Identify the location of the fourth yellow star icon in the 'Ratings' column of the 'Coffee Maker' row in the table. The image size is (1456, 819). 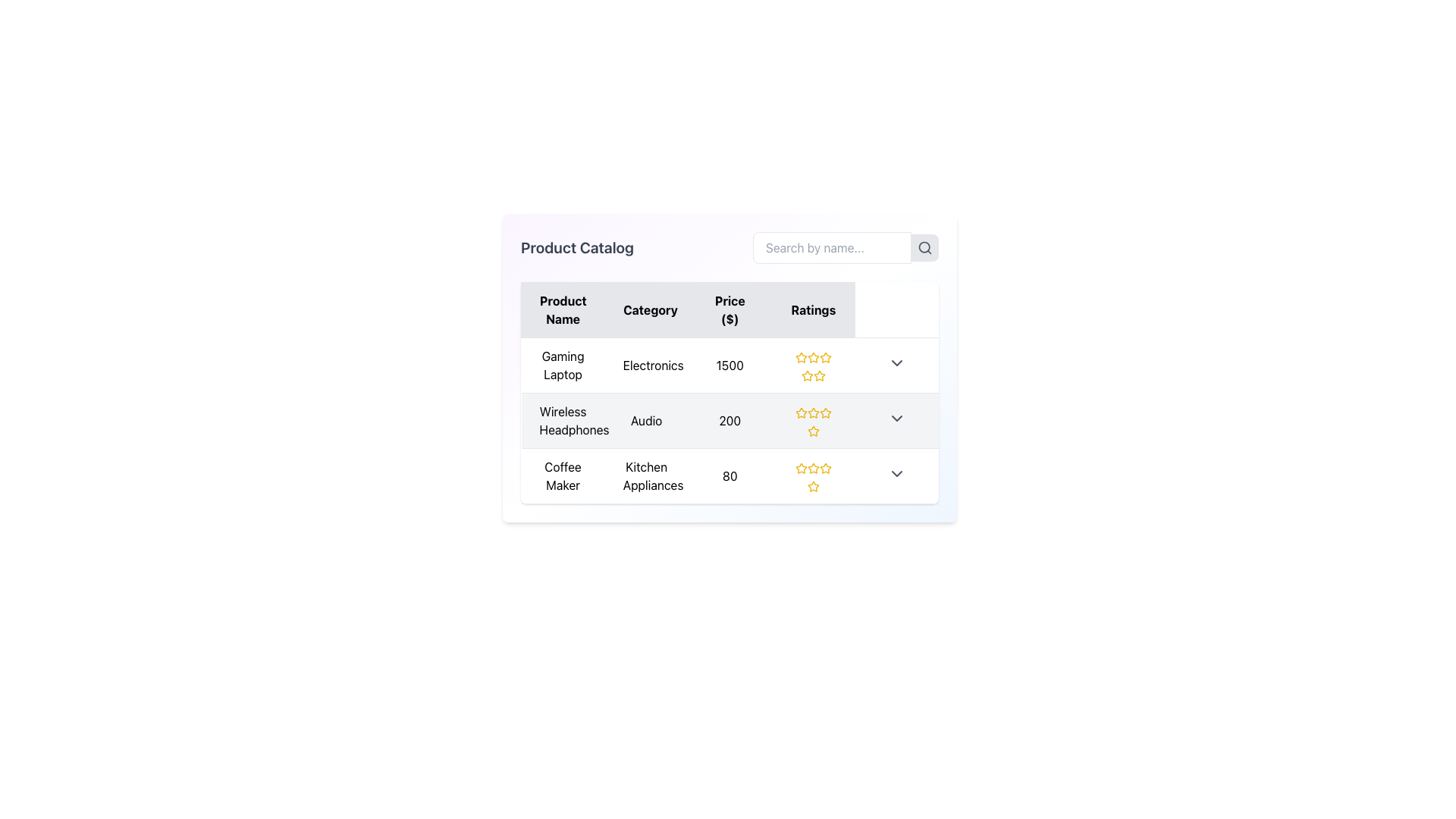
(812, 486).